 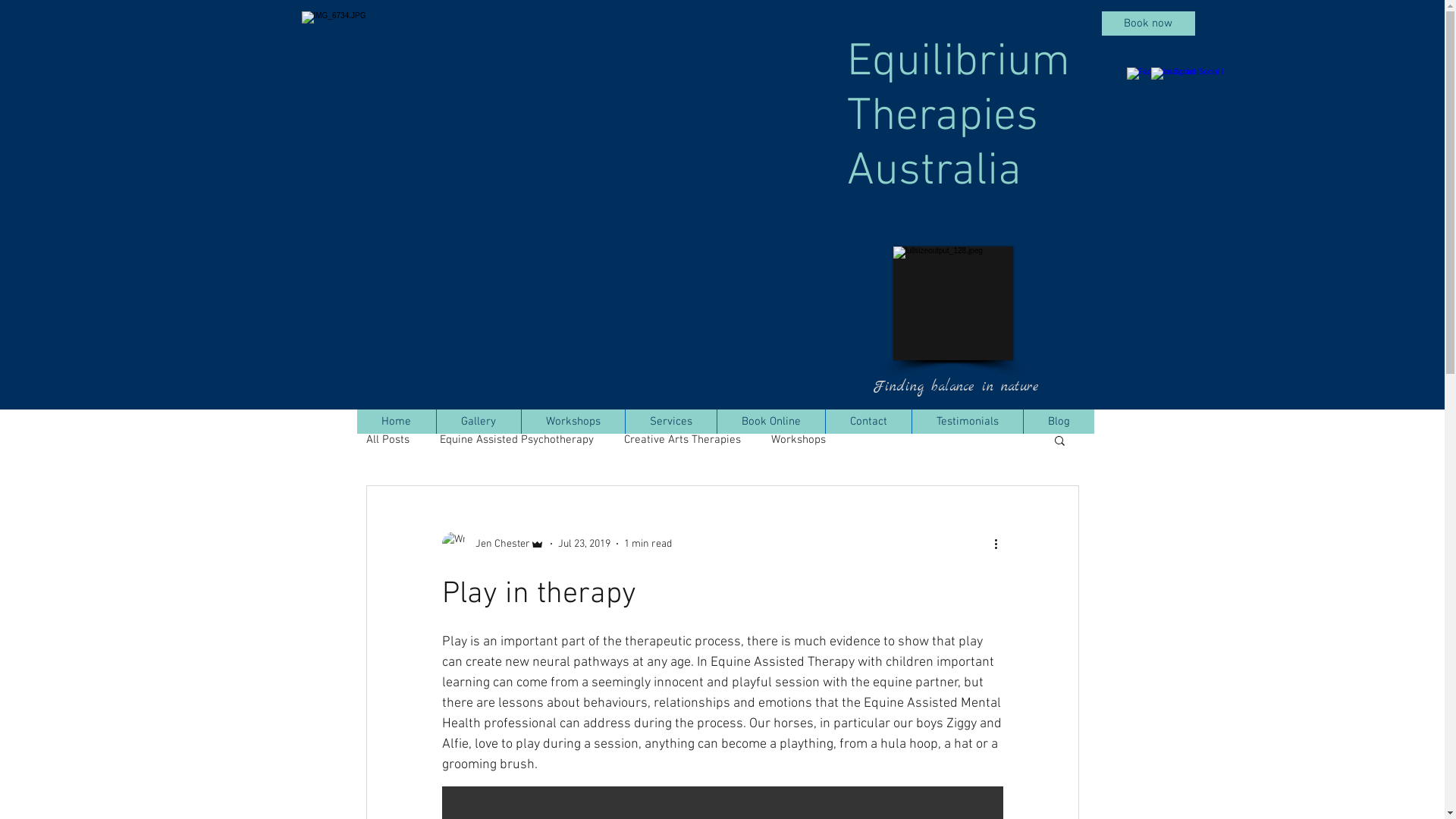 I want to click on 'Blog', so click(x=1057, y=421).